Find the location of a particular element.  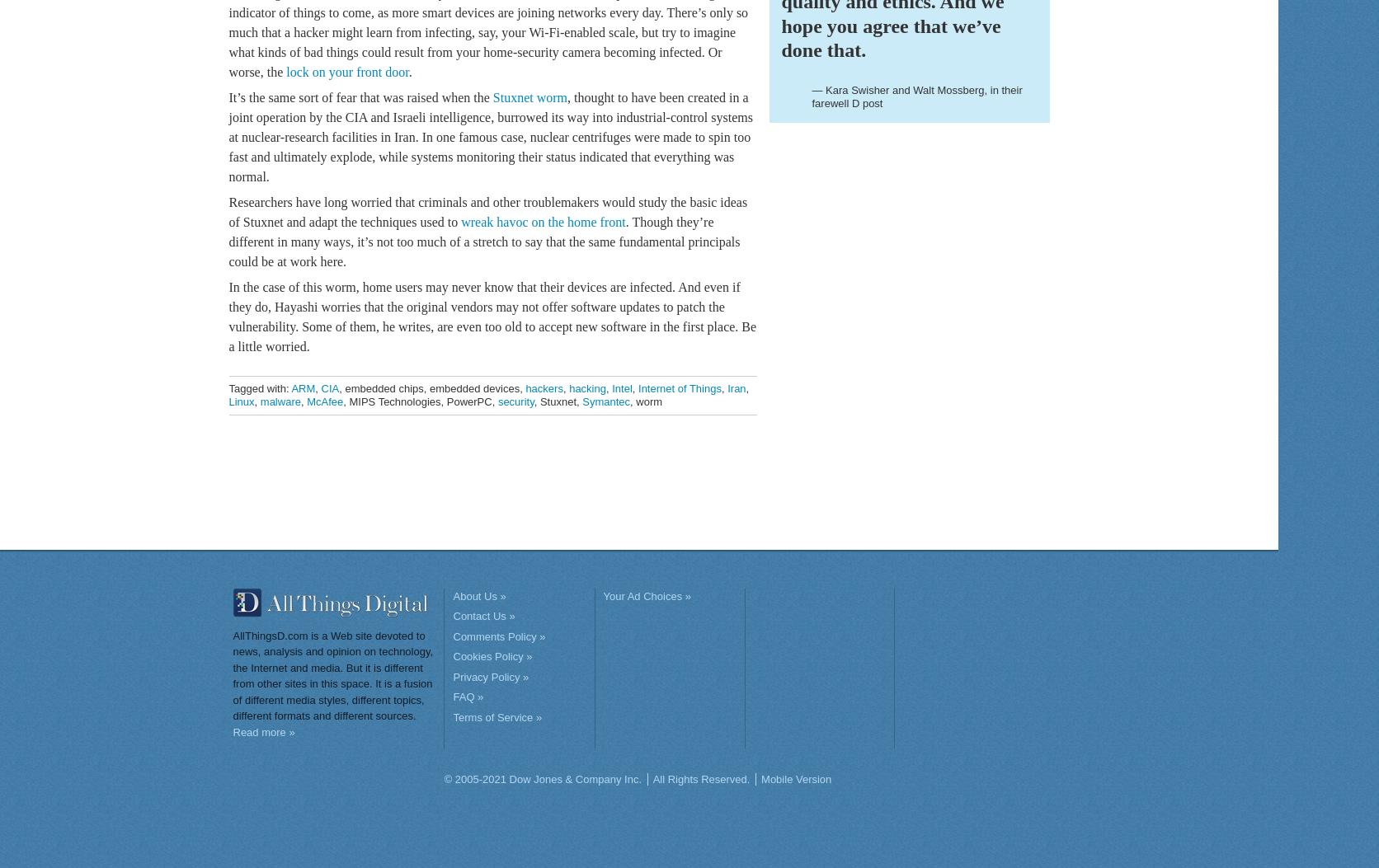

'Contact Us »' is located at coordinates (482, 615).